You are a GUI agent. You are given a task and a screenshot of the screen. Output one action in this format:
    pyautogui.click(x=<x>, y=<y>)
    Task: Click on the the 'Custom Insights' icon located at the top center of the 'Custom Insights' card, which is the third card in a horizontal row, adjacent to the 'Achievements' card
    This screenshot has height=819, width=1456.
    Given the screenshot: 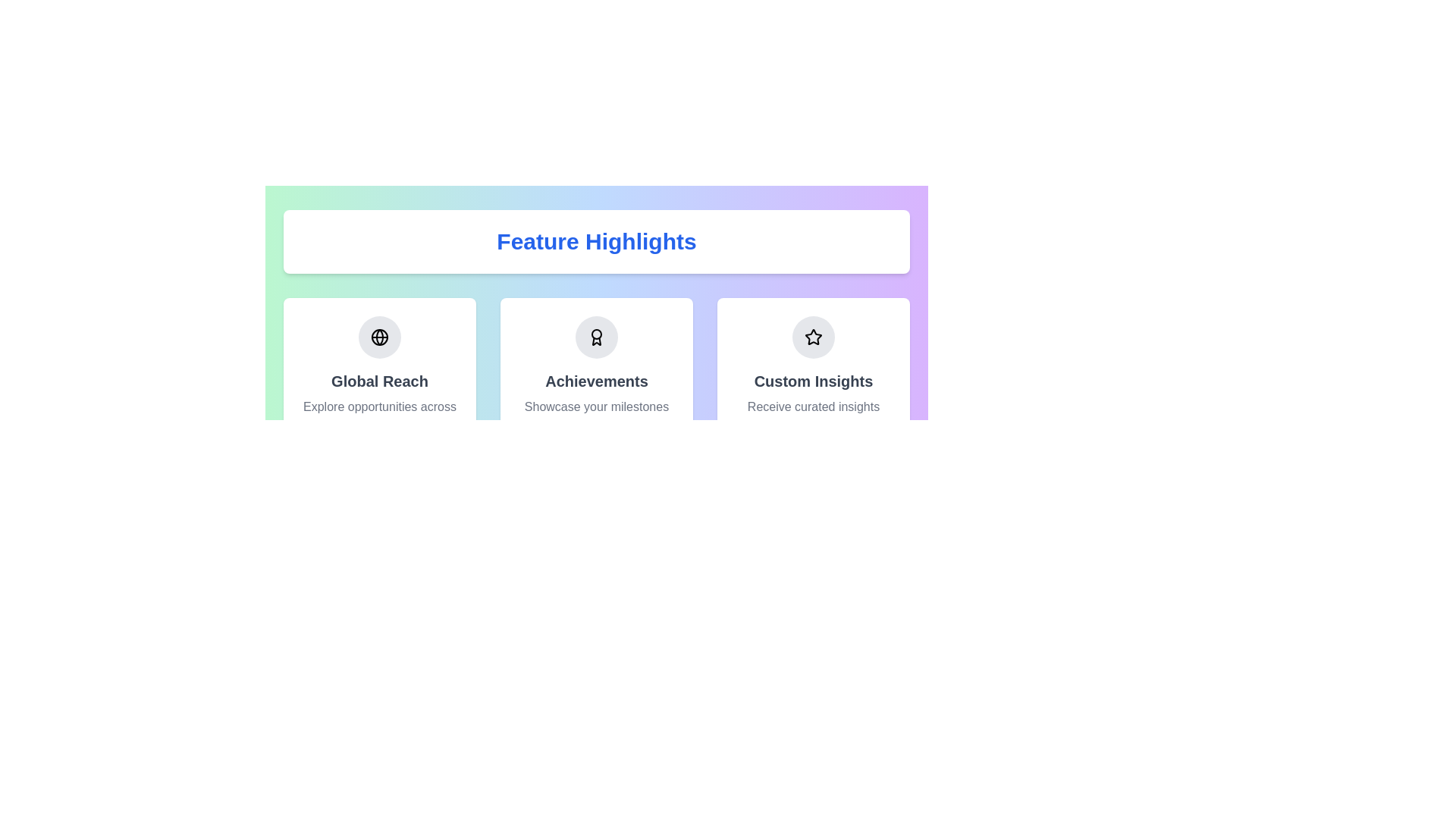 What is the action you would take?
    pyautogui.click(x=813, y=336)
    